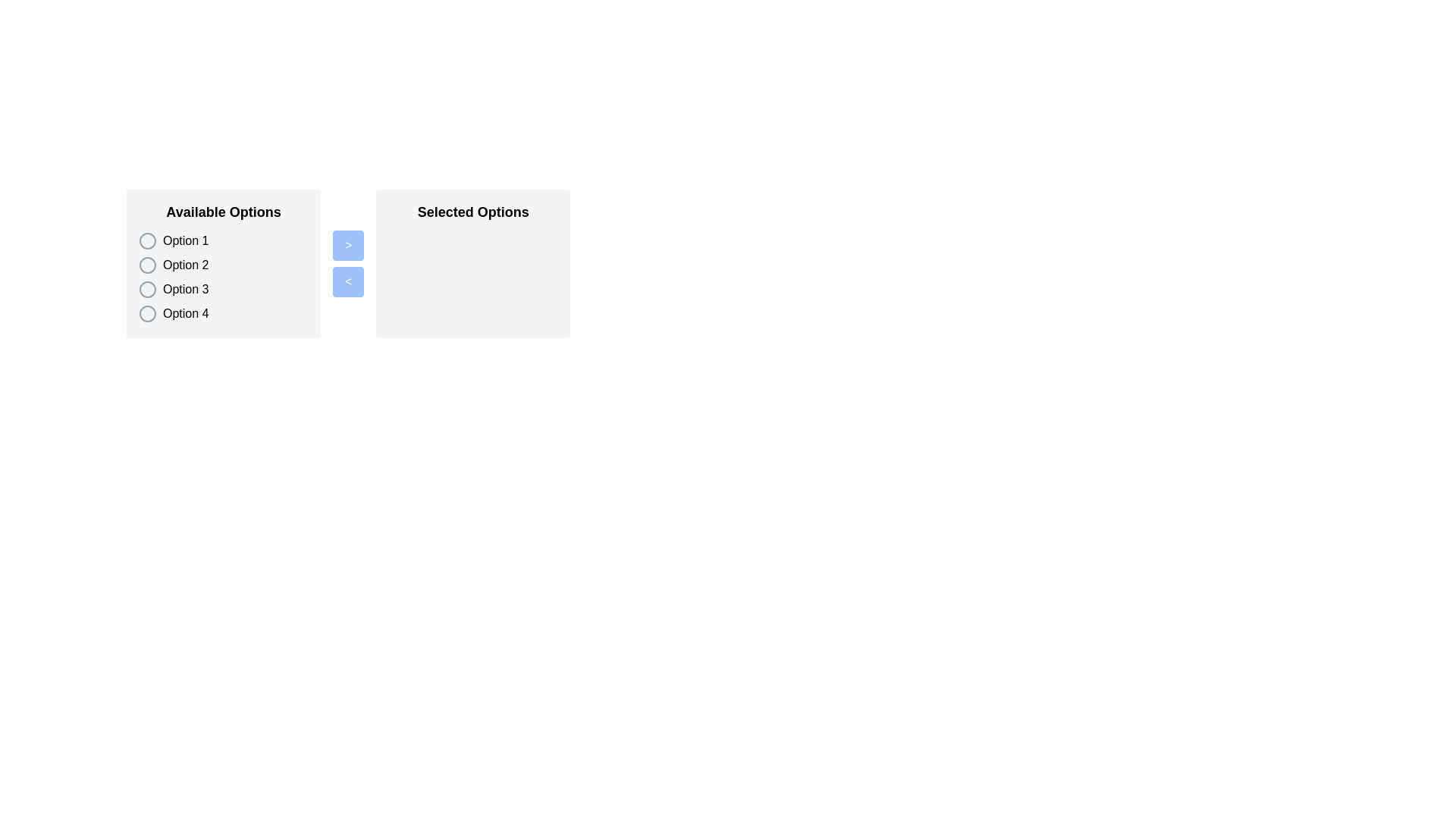  What do you see at coordinates (148, 289) in the screenshot?
I see `the circular radio button styled with a gray outline, located to the left of 'Option 3' in the vertically aligned list under 'Available Options'` at bounding box center [148, 289].